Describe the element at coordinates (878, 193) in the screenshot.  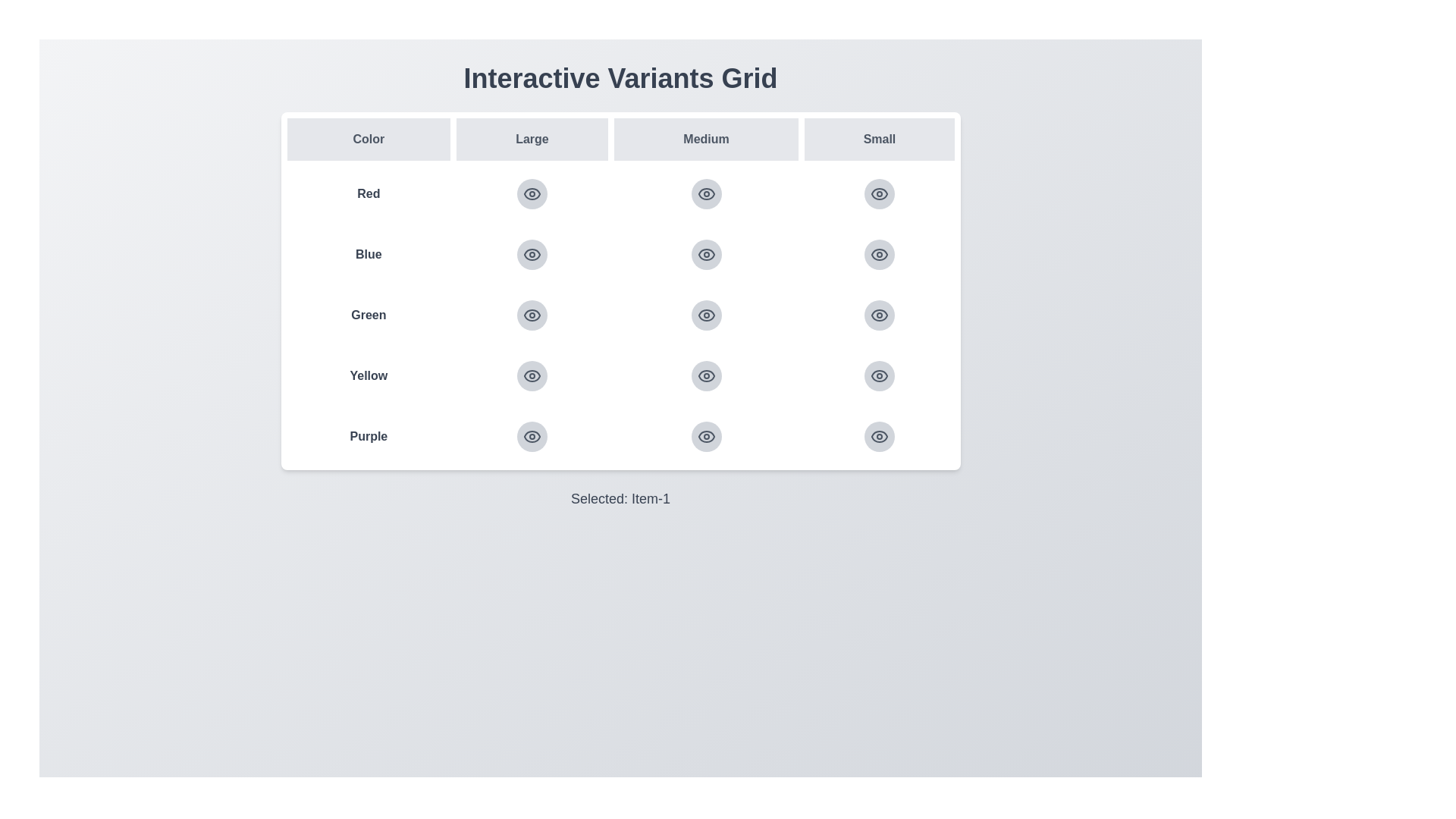
I see `the icon button located in the fifth column of the first row under the 'Interactive Variants Grid' heading` at that location.